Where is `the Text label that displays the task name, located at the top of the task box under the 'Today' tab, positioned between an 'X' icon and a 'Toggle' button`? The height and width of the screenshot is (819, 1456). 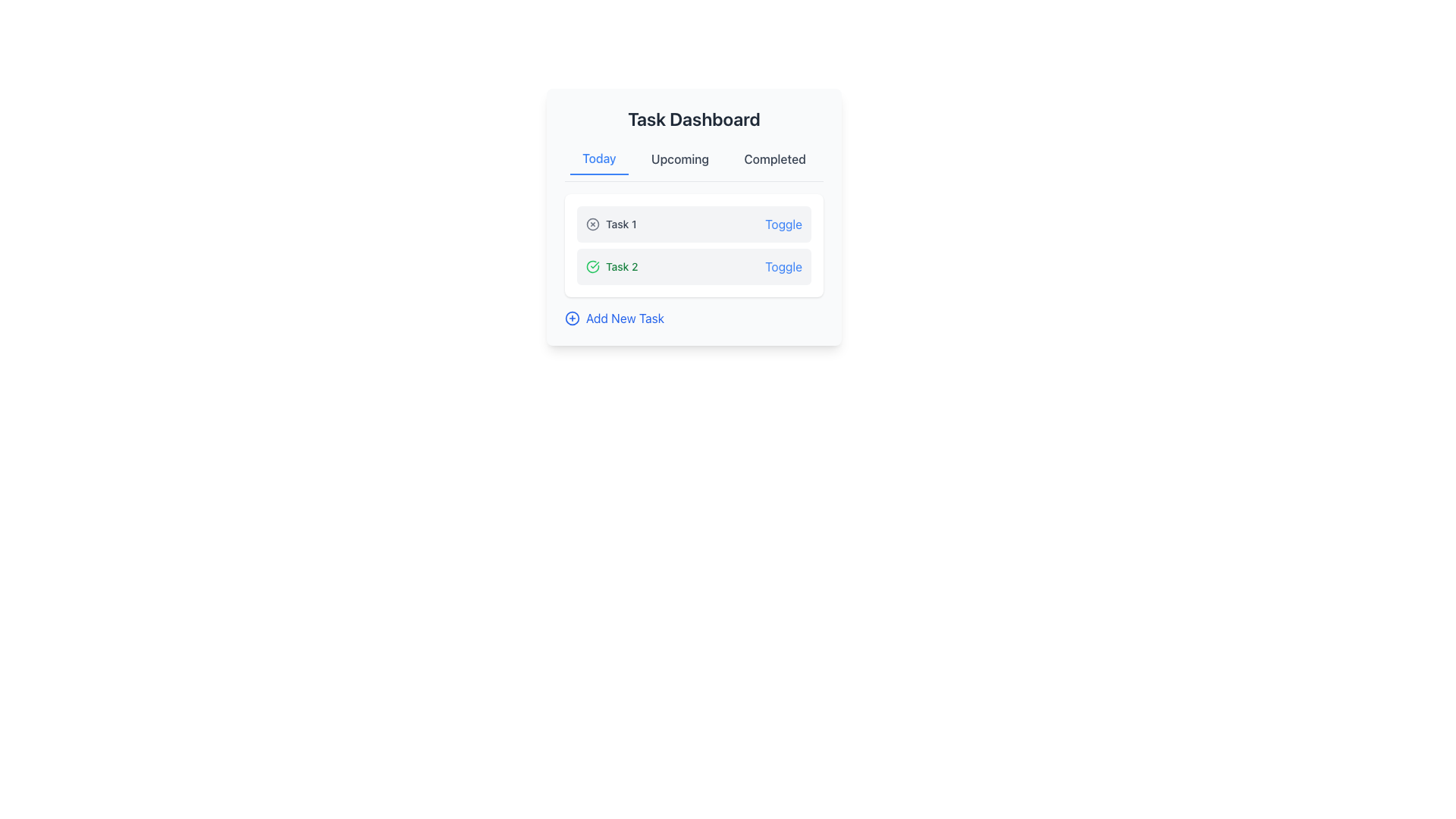
the Text label that displays the task name, located at the top of the task box under the 'Today' tab, positioned between an 'X' icon and a 'Toggle' button is located at coordinates (611, 224).